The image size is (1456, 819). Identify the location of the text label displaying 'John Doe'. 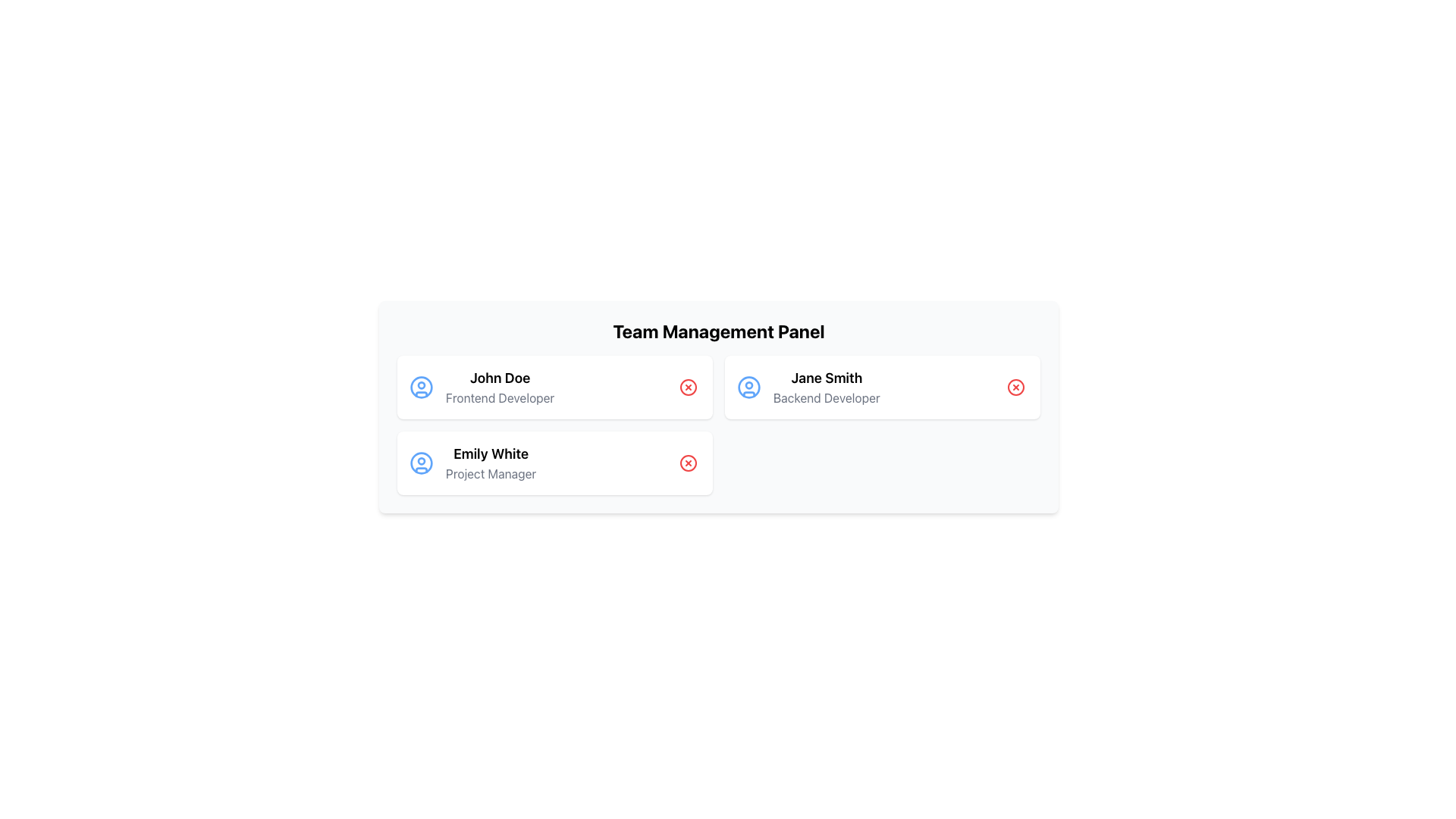
(500, 386).